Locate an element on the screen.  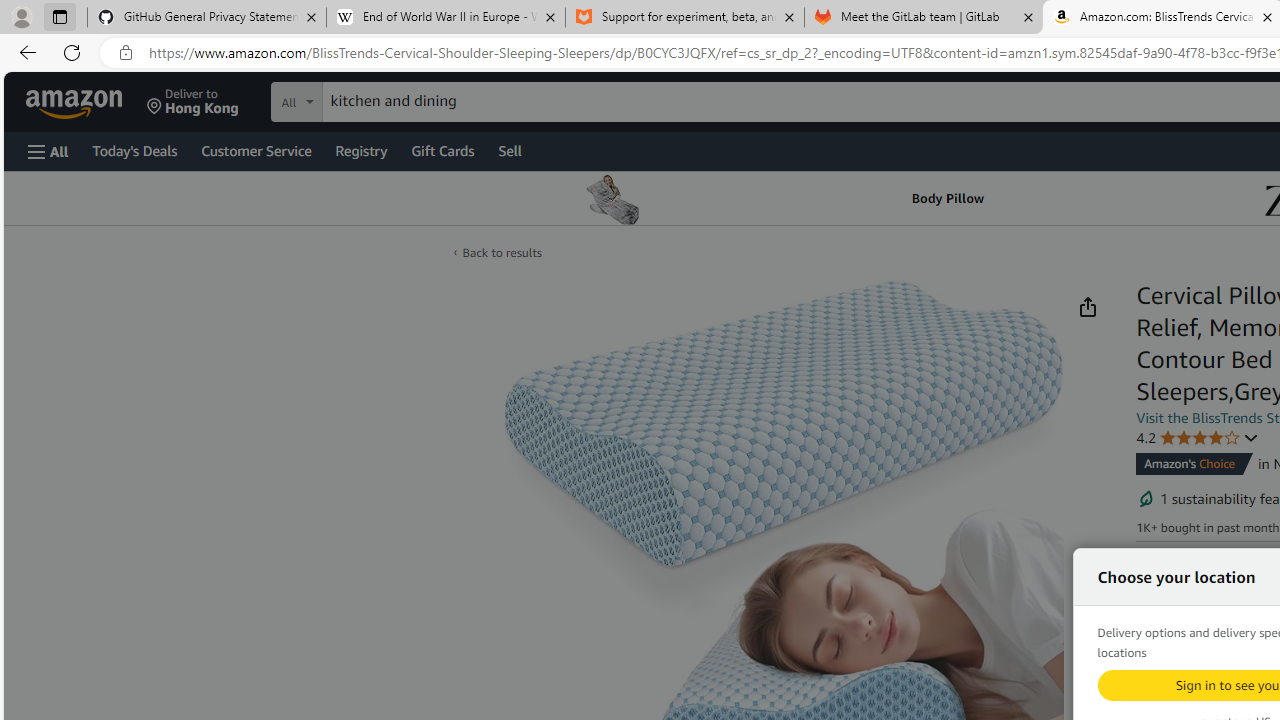
'Search in' is located at coordinates (371, 99).